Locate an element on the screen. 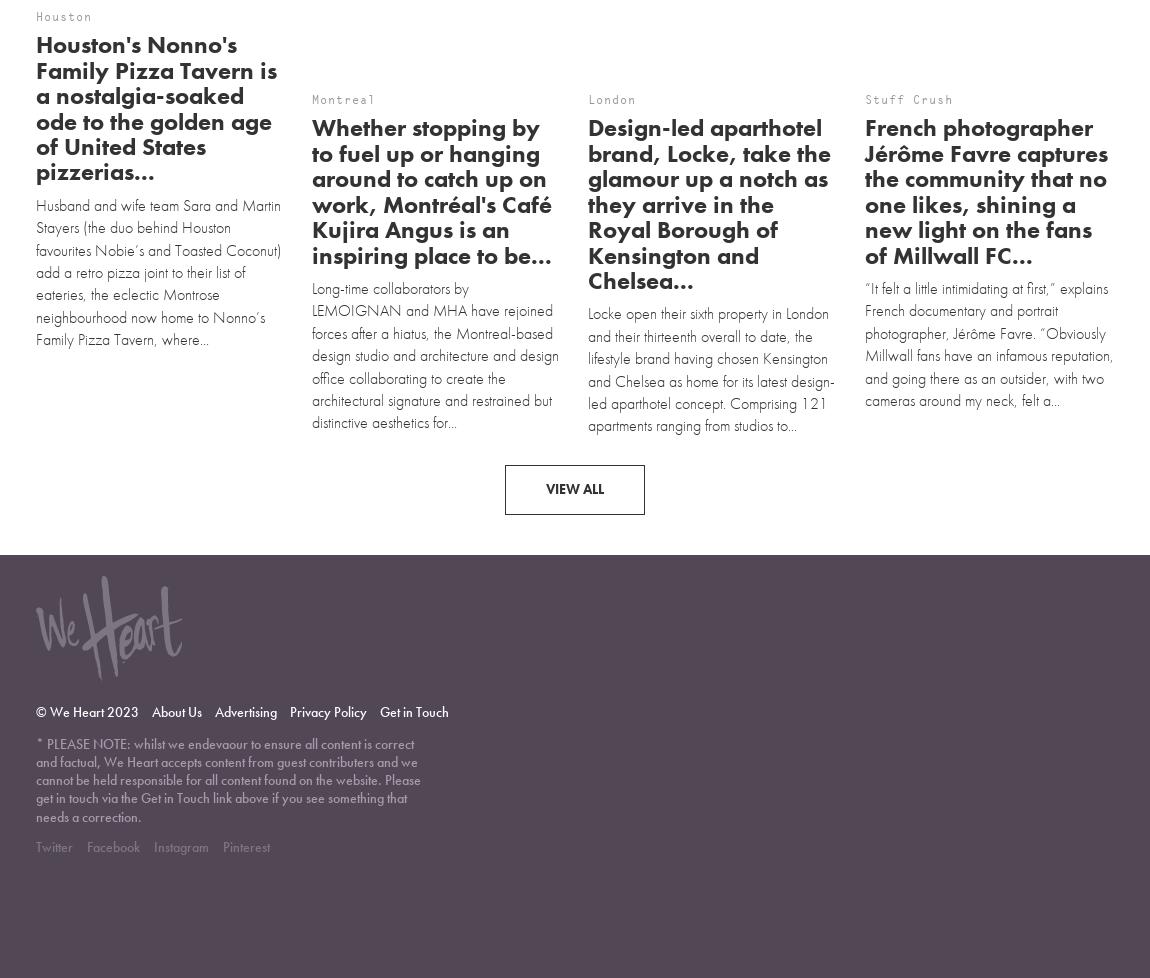  '© We Heart 2023' is located at coordinates (88, 628).